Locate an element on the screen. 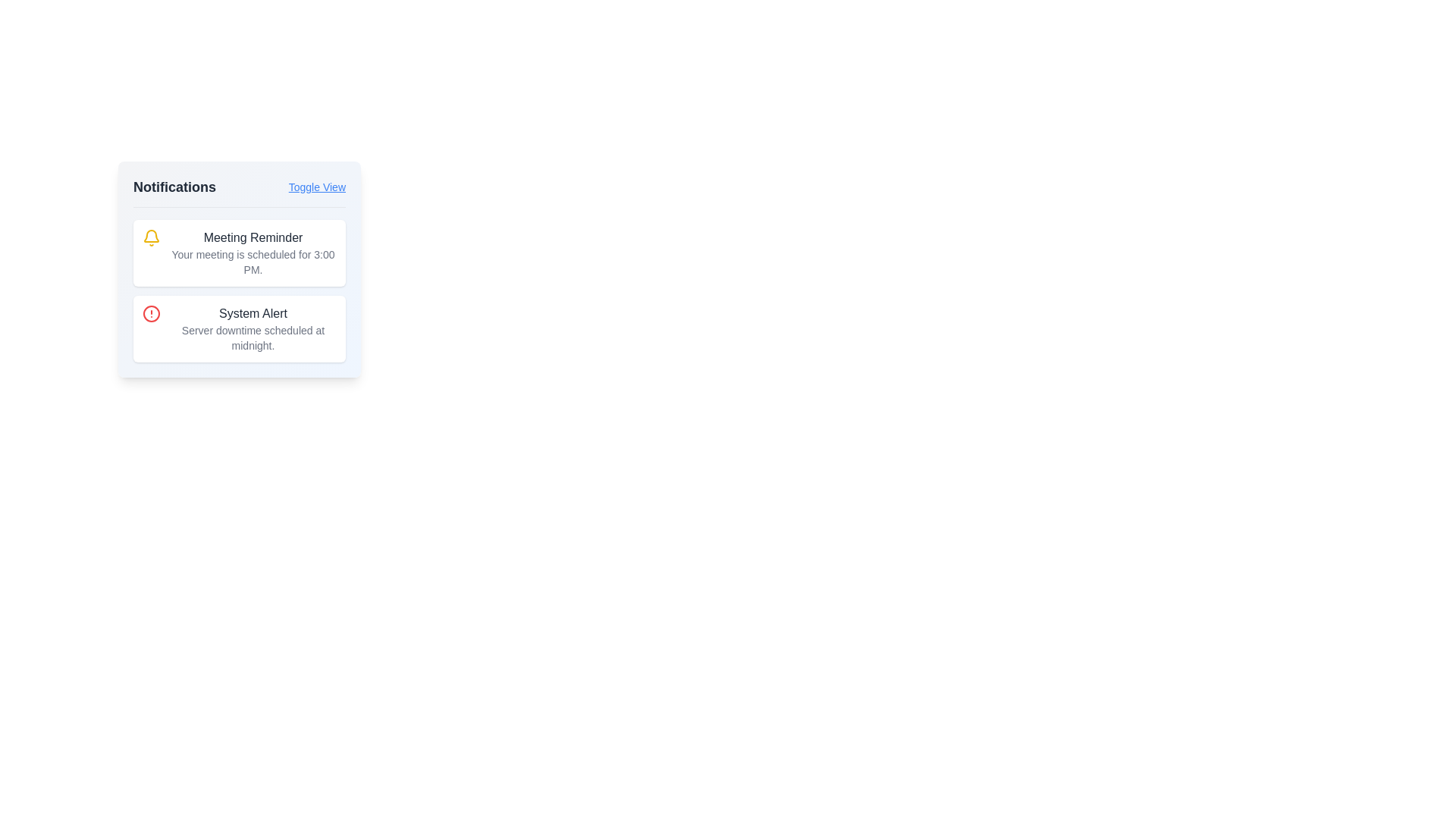 The height and width of the screenshot is (819, 1456). the illustrative decoration within the SVG bell icon located in the notification panel, positioned centrally relative to the bell's outline is located at coordinates (152, 236).